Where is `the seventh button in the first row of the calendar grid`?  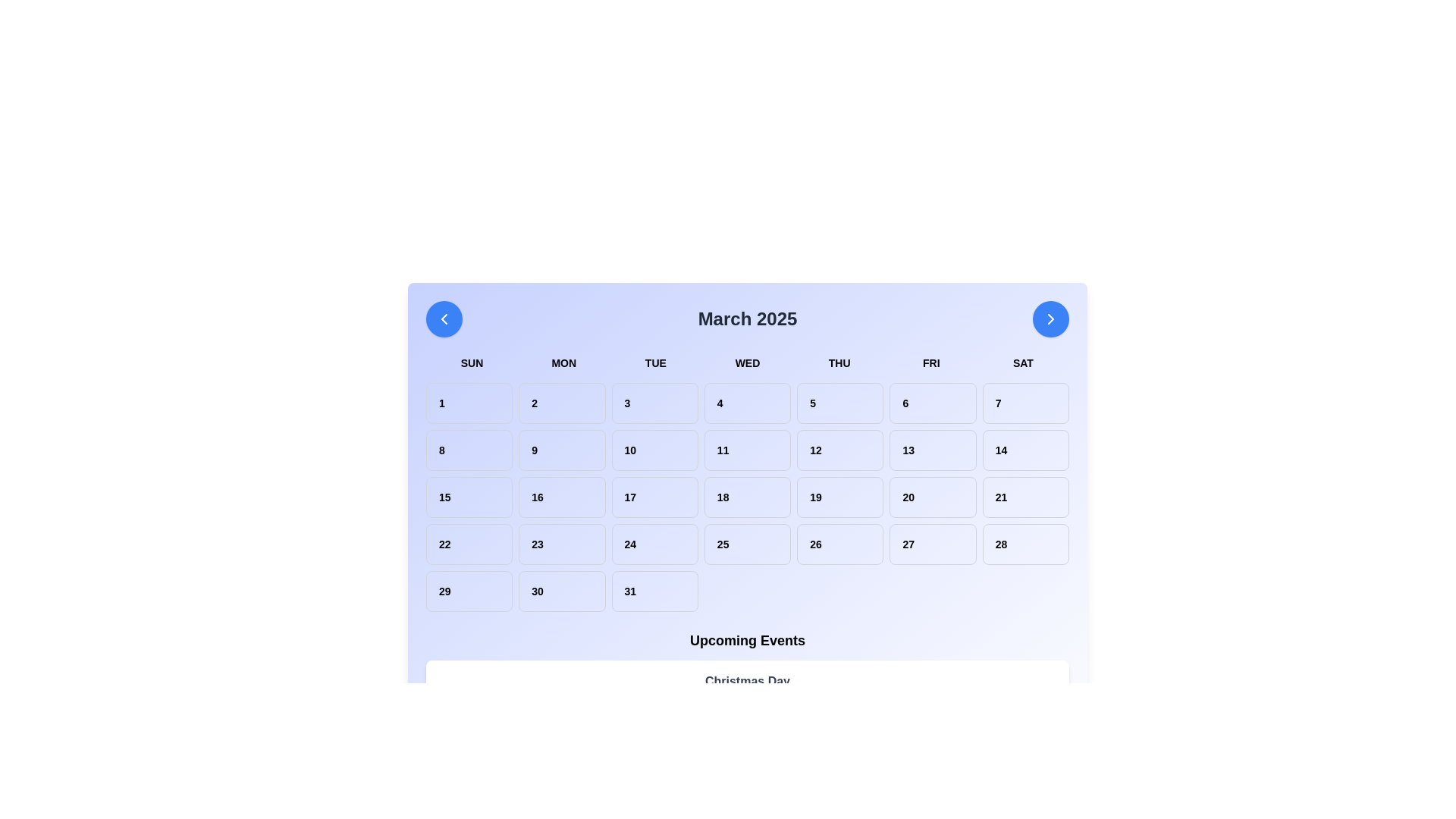
the seventh button in the first row of the calendar grid is located at coordinates (1025, 403).